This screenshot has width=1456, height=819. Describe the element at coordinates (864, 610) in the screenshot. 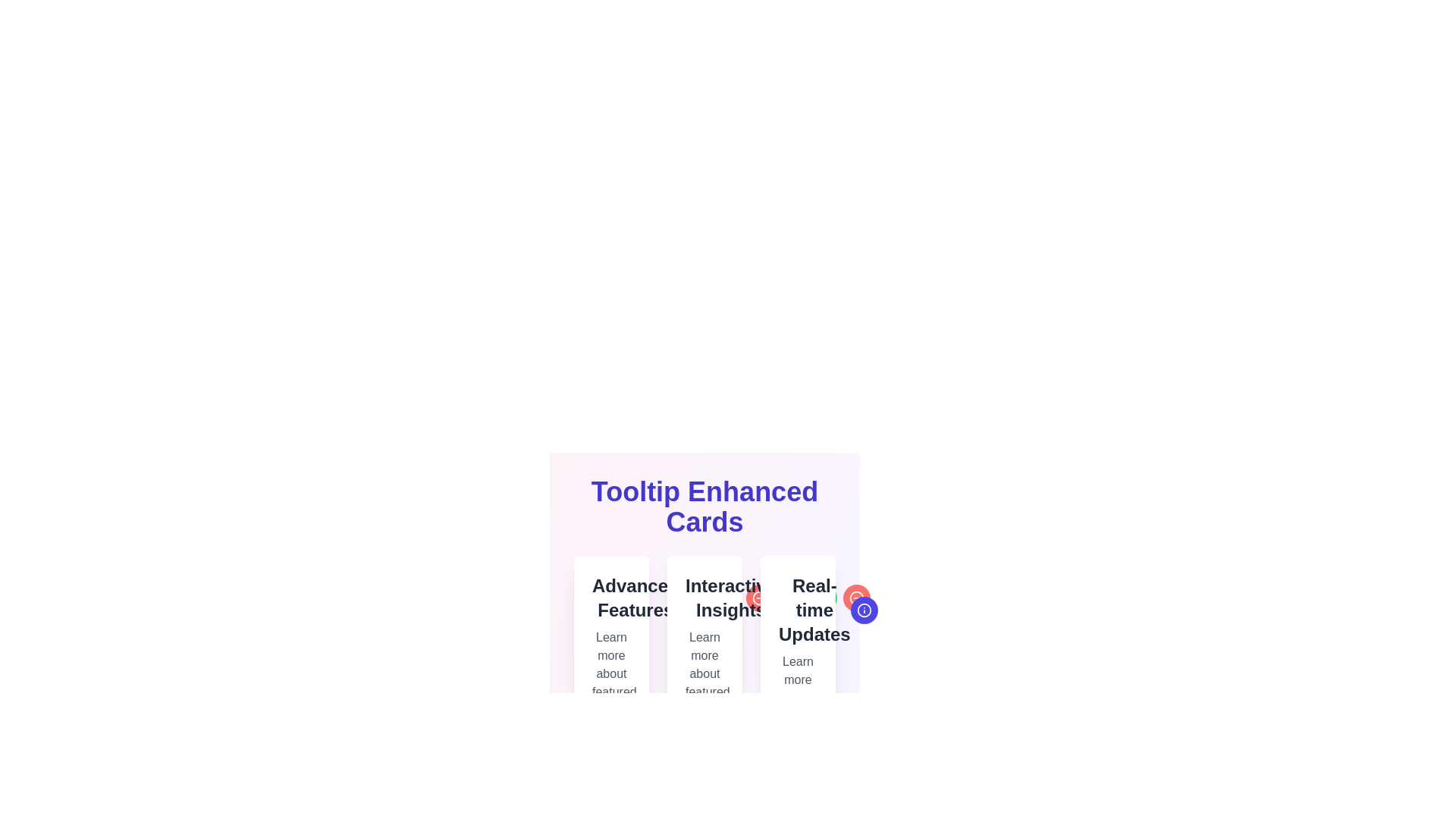

I see `the informational indicator icon located in the upper-right corner of the 'Real-time Updates' card, which is inside a blue circular button` at that location.